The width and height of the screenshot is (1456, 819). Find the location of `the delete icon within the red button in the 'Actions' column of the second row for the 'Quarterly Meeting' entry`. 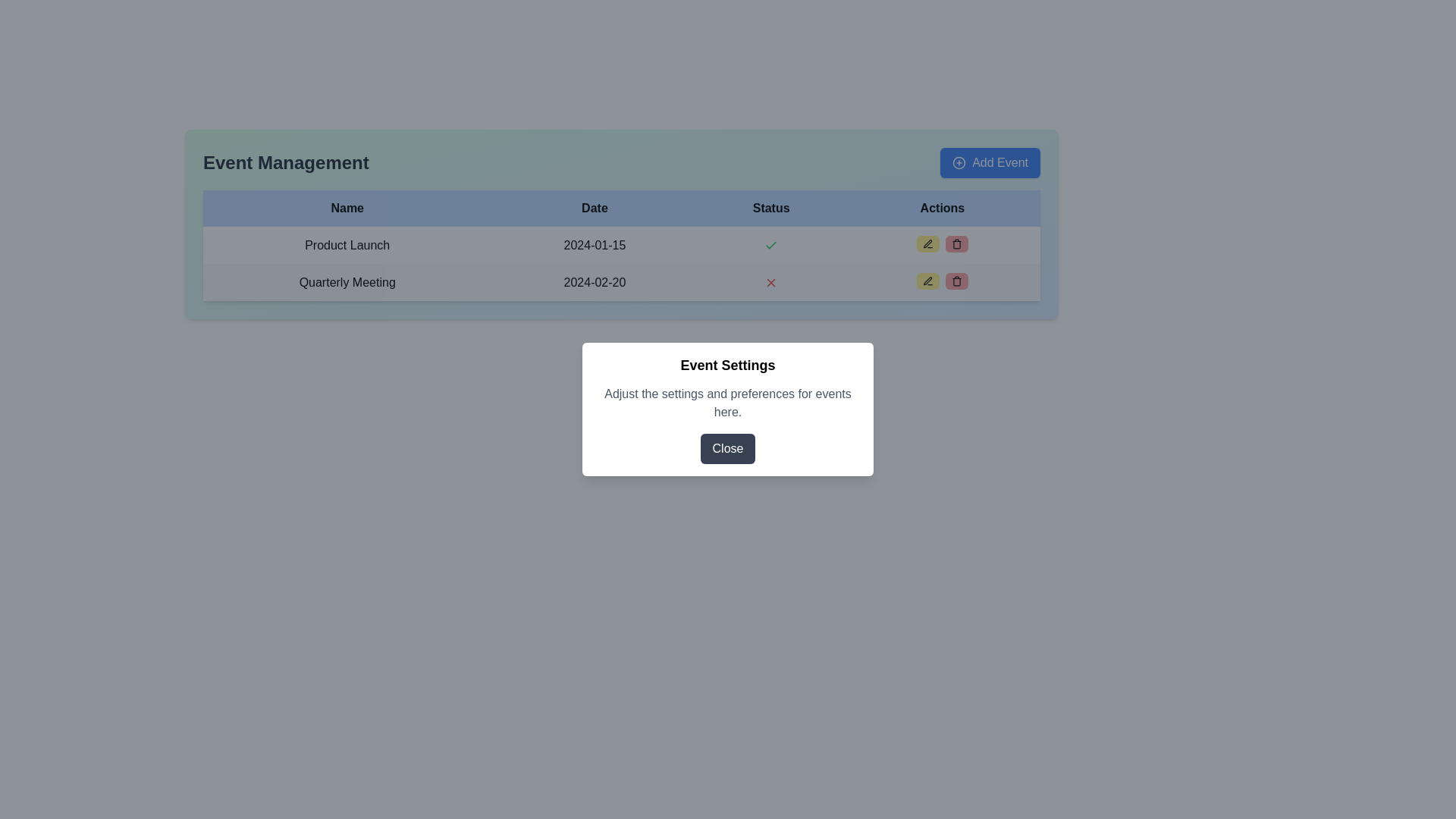

the delete icon within the red button in the 'Actions' column of the second row for the 'Quarterly Meeting' entry is located at coordinates (956, 281).